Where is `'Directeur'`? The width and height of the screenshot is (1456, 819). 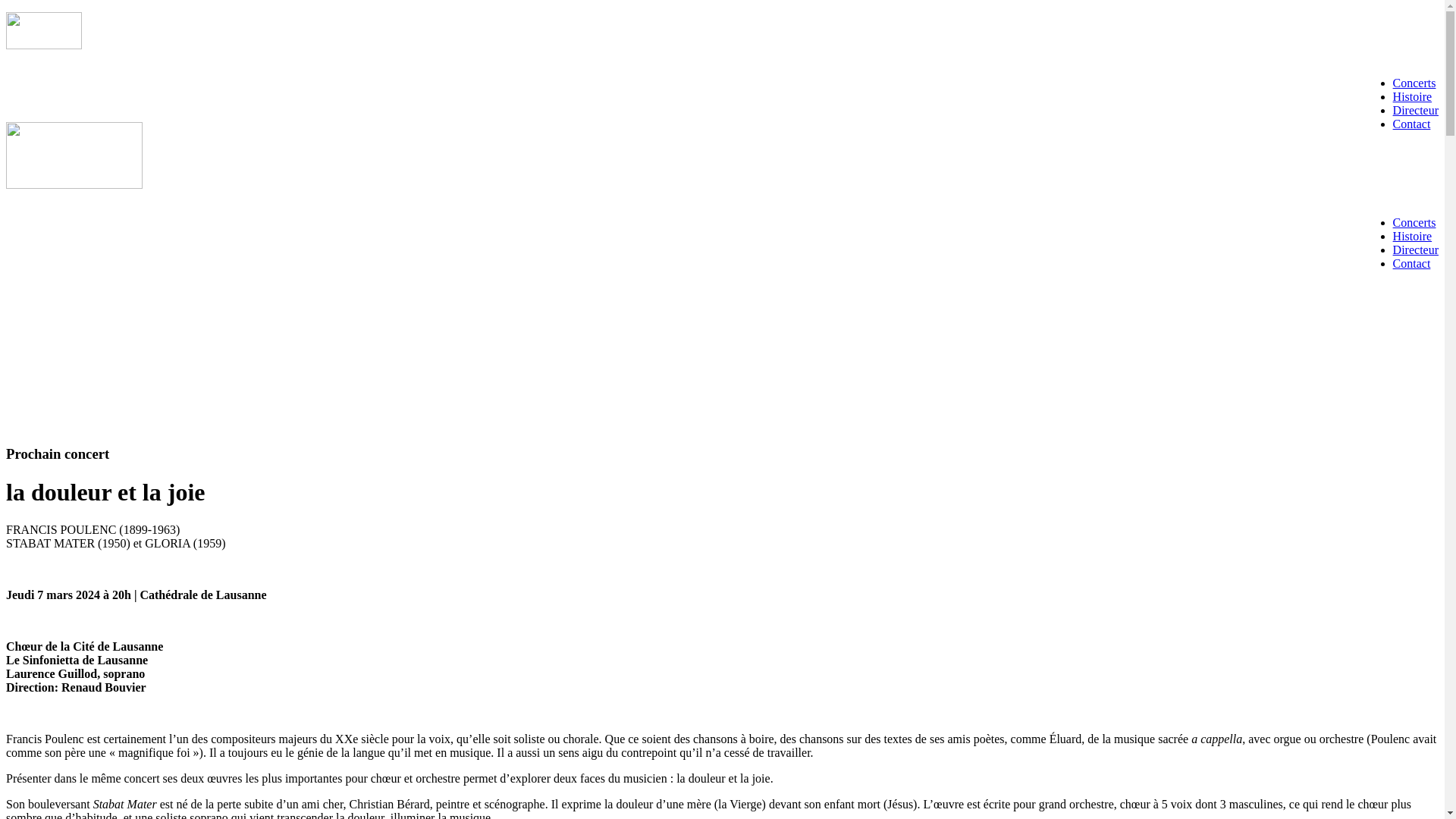
'Directeur' is located at coordinates (1415, 249).